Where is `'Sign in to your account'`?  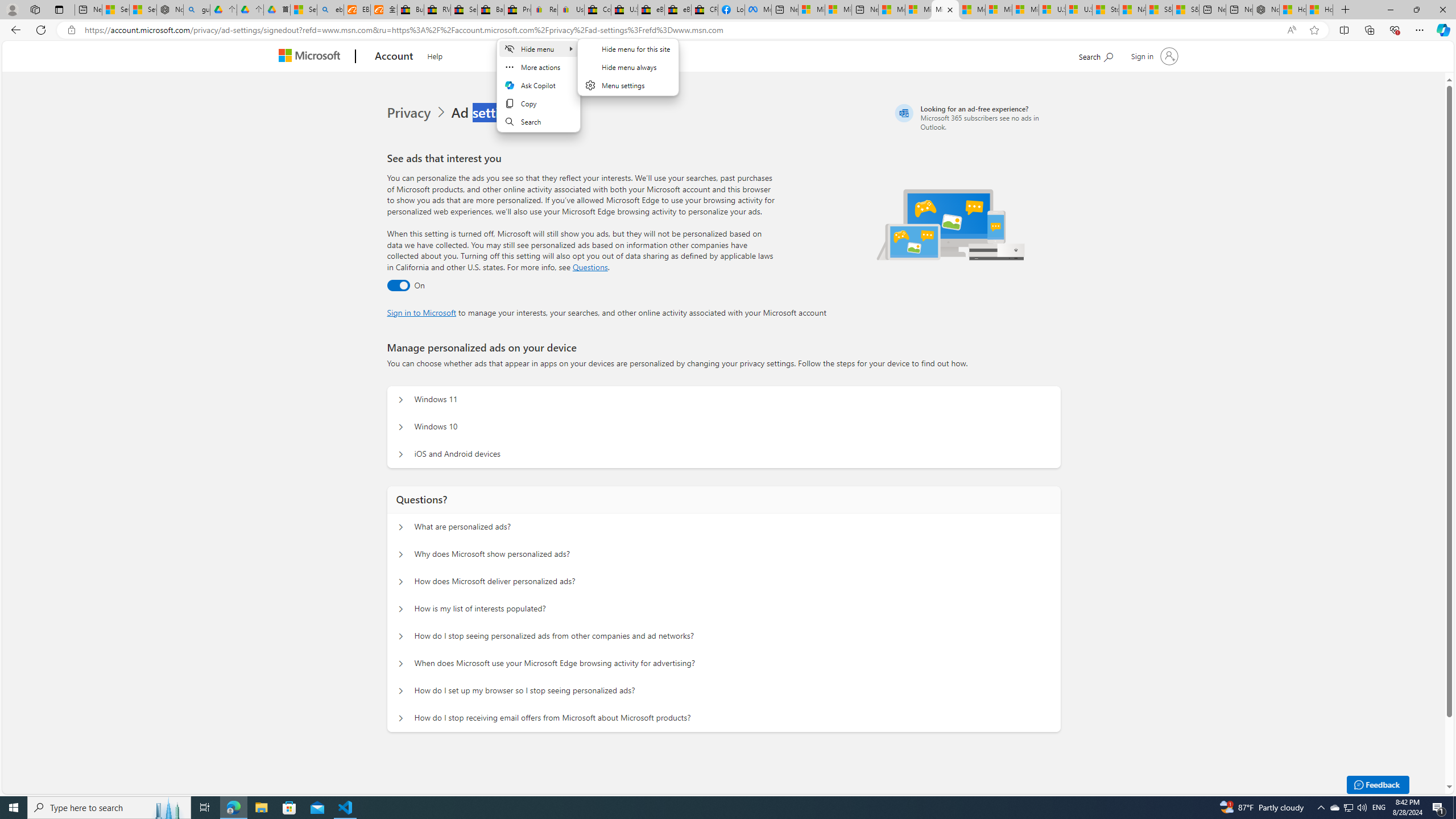
'Sign in to your account' is located at coordinates (1152, 55).